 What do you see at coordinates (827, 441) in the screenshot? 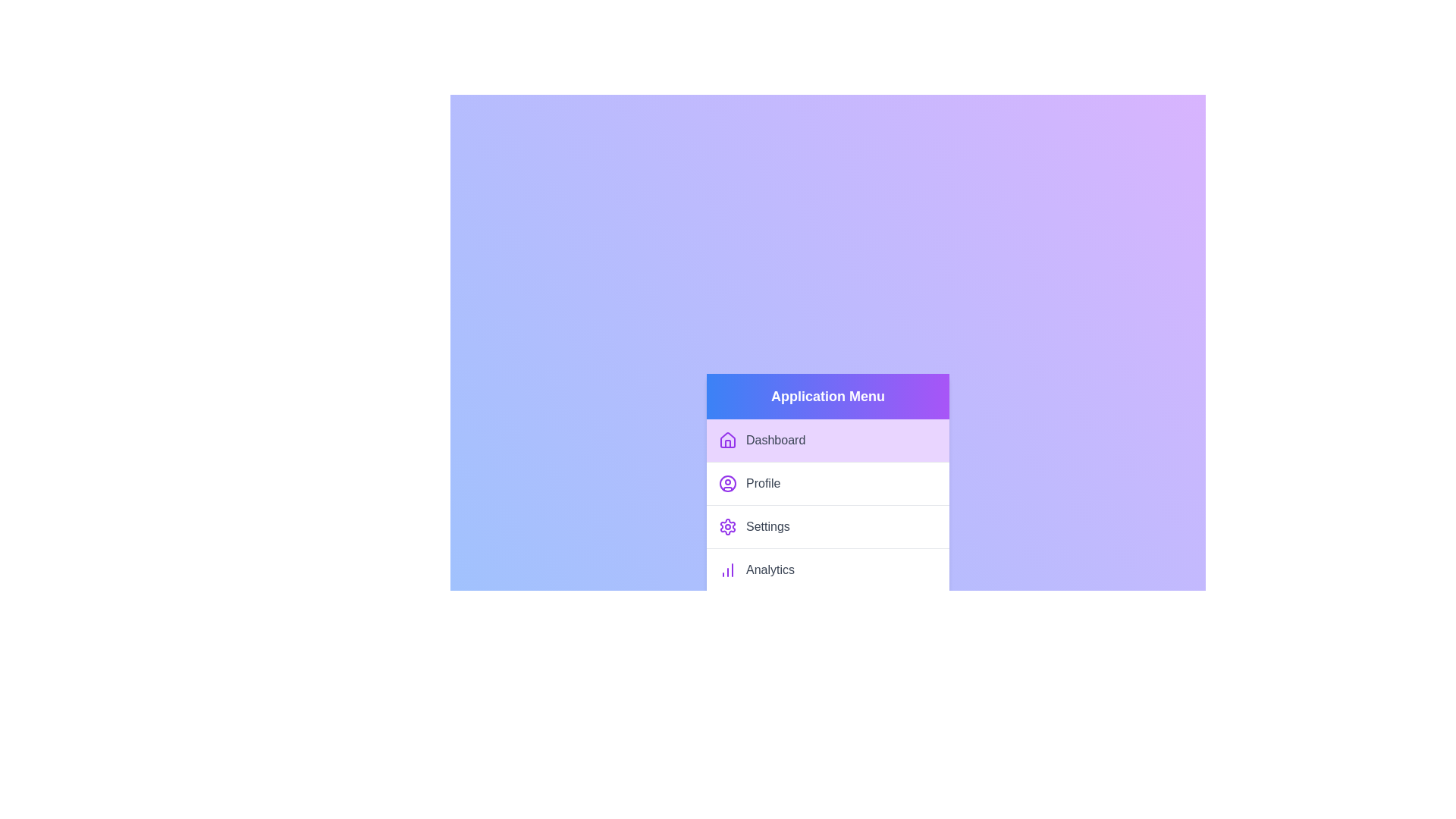
I see `the menu item labeled Dashboard from the list` at bounding box center [827, 441].